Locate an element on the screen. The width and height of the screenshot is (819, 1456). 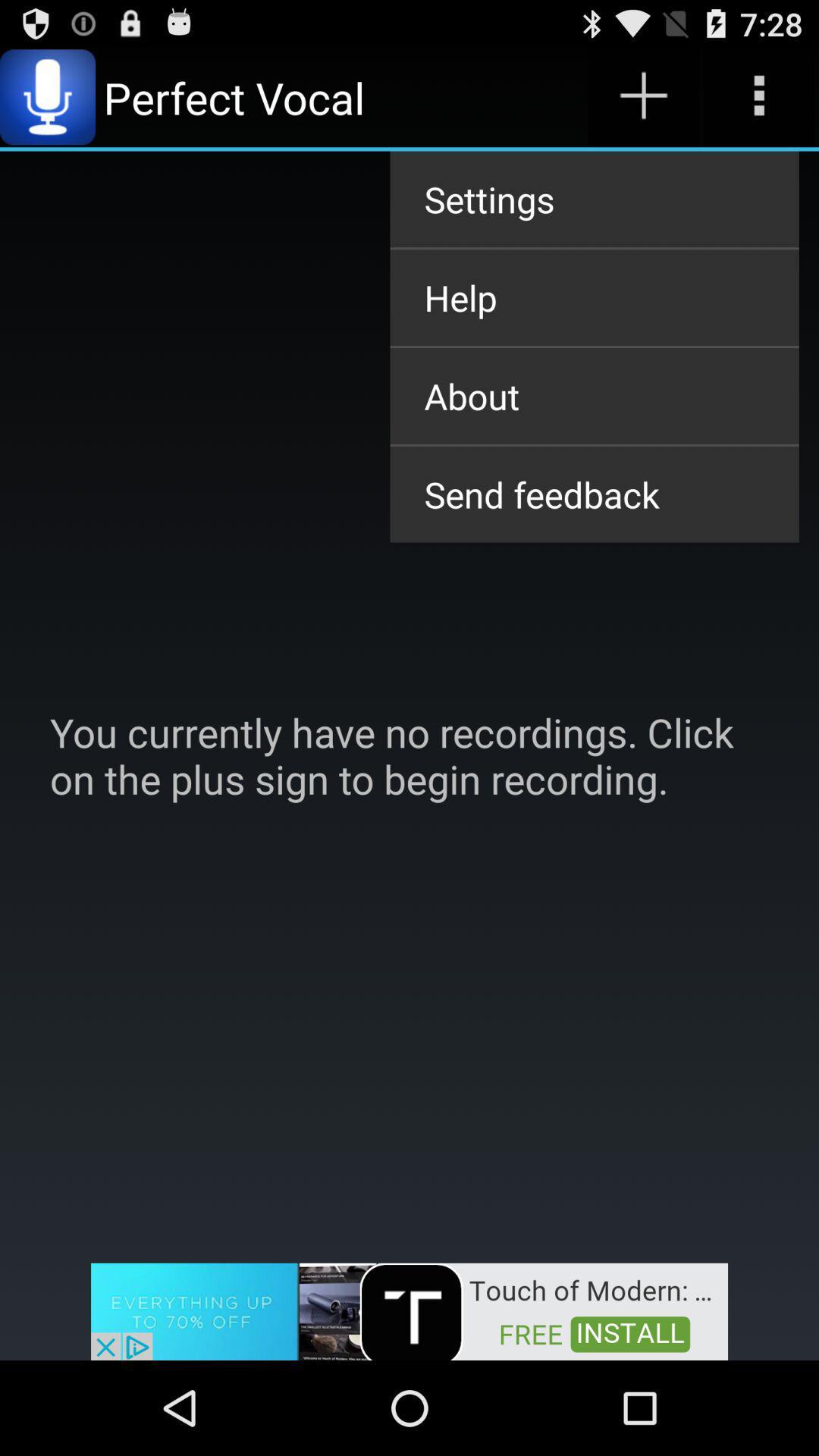
menu page is located at coordinates (759, 96).